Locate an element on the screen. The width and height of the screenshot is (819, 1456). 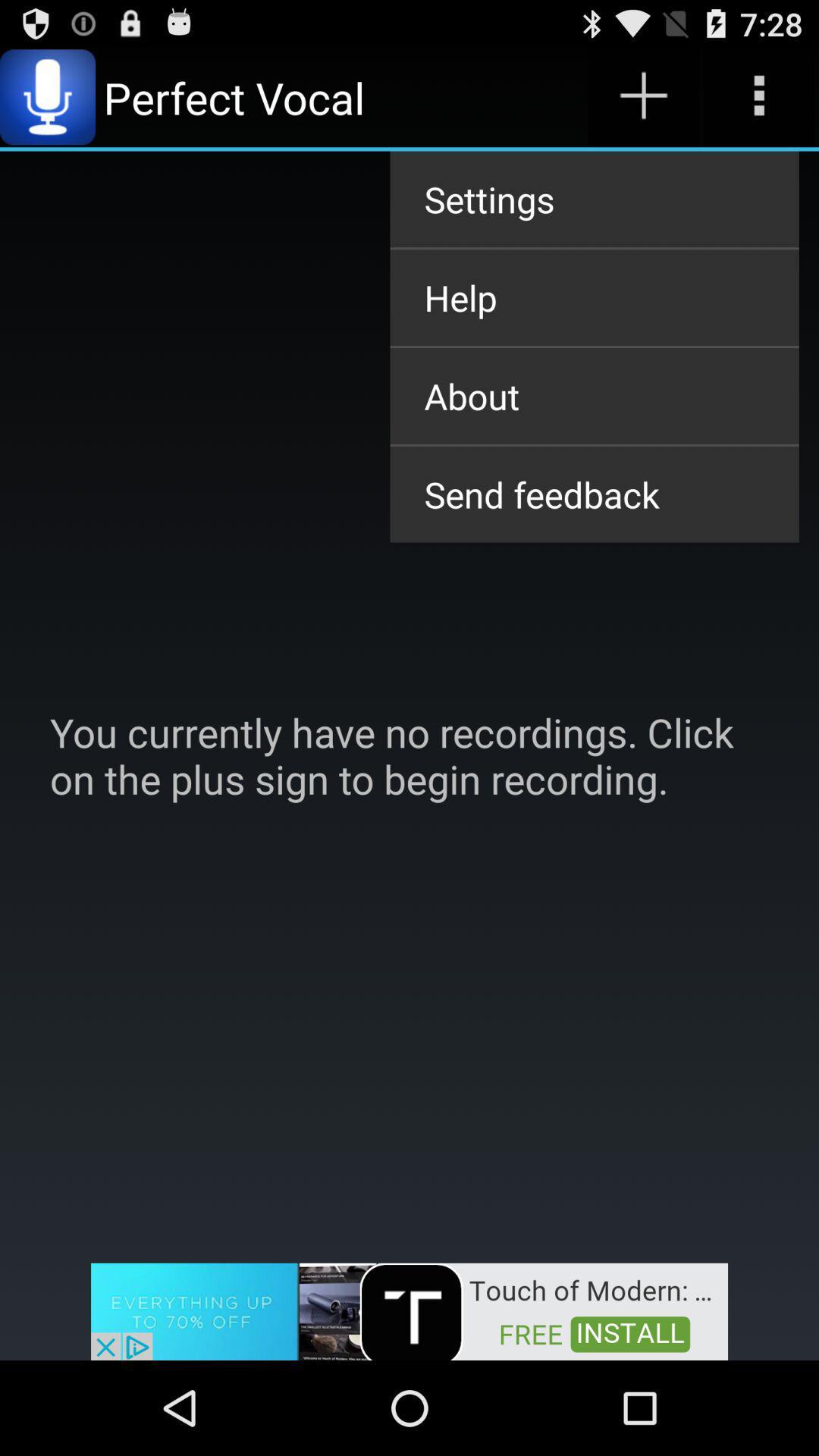
menu page is located at coordinates (759, 96).